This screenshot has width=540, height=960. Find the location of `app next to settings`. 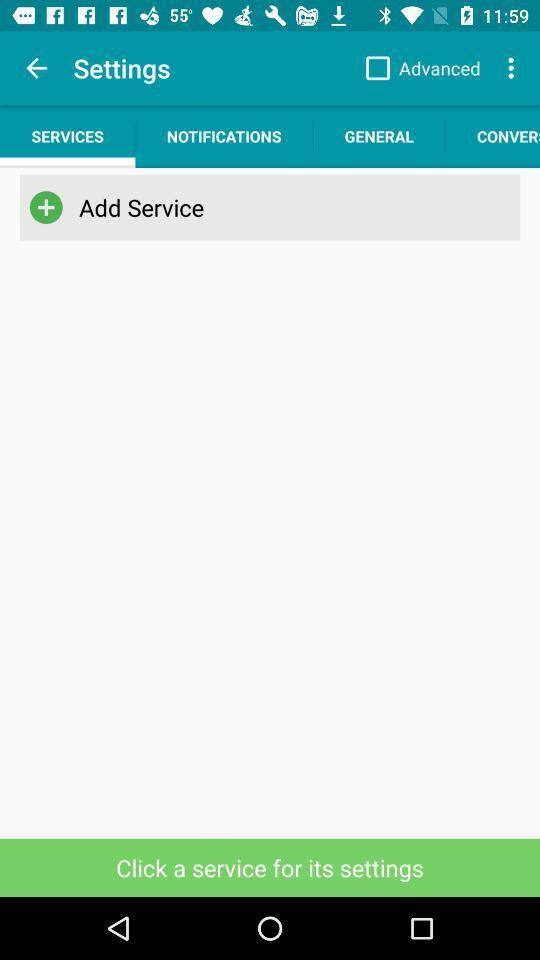

app next to settings is located at coordinates (417, 68).